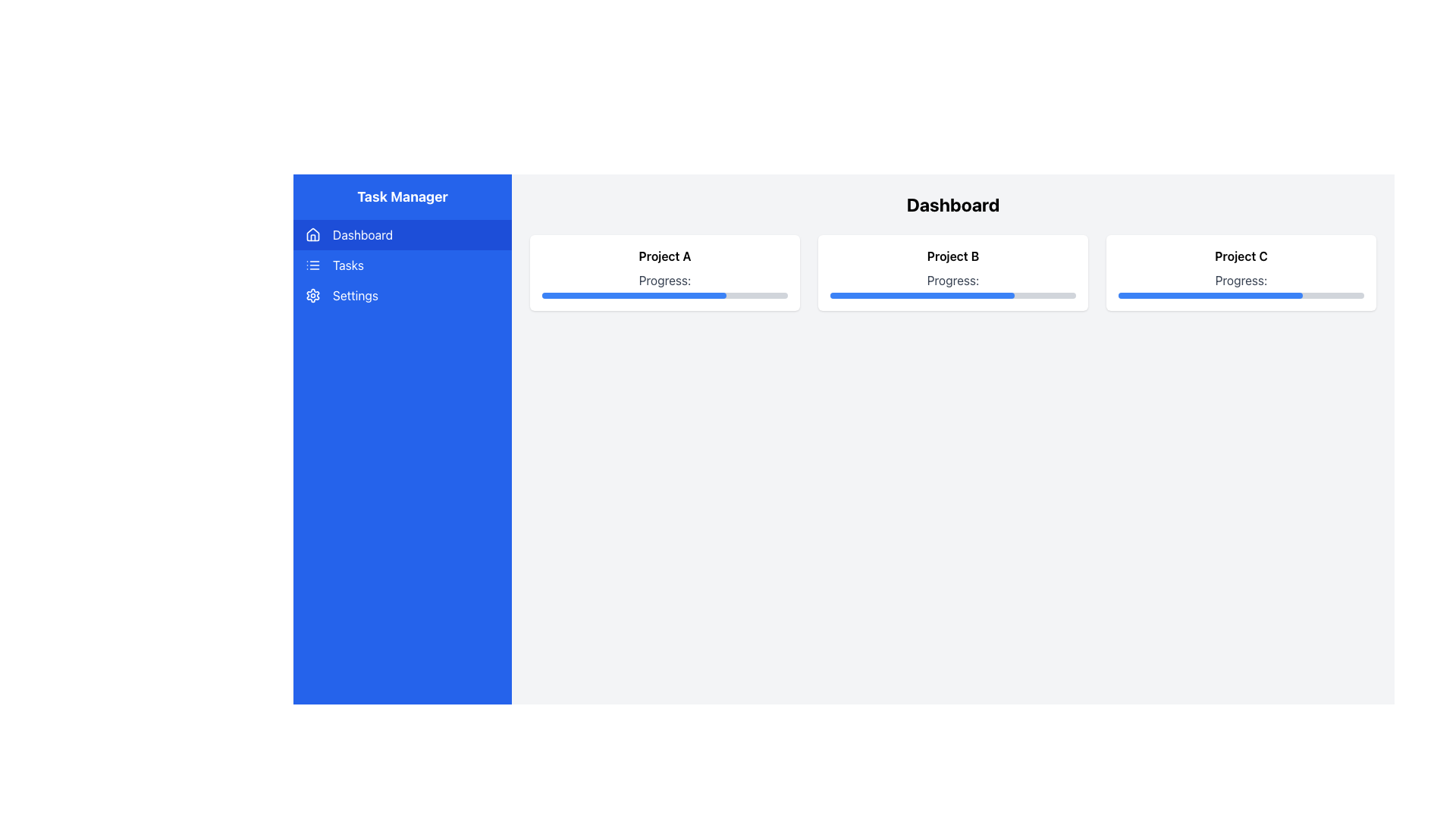 Image resolution: width=1456 pixels, height=819 pixels. Describe the element at coordinates (312, 265) in the screenshot. I see `the 'Tasks' menu icon located in the sidebar, positioned to the immediate left of the 'Tasks' label` at that location.